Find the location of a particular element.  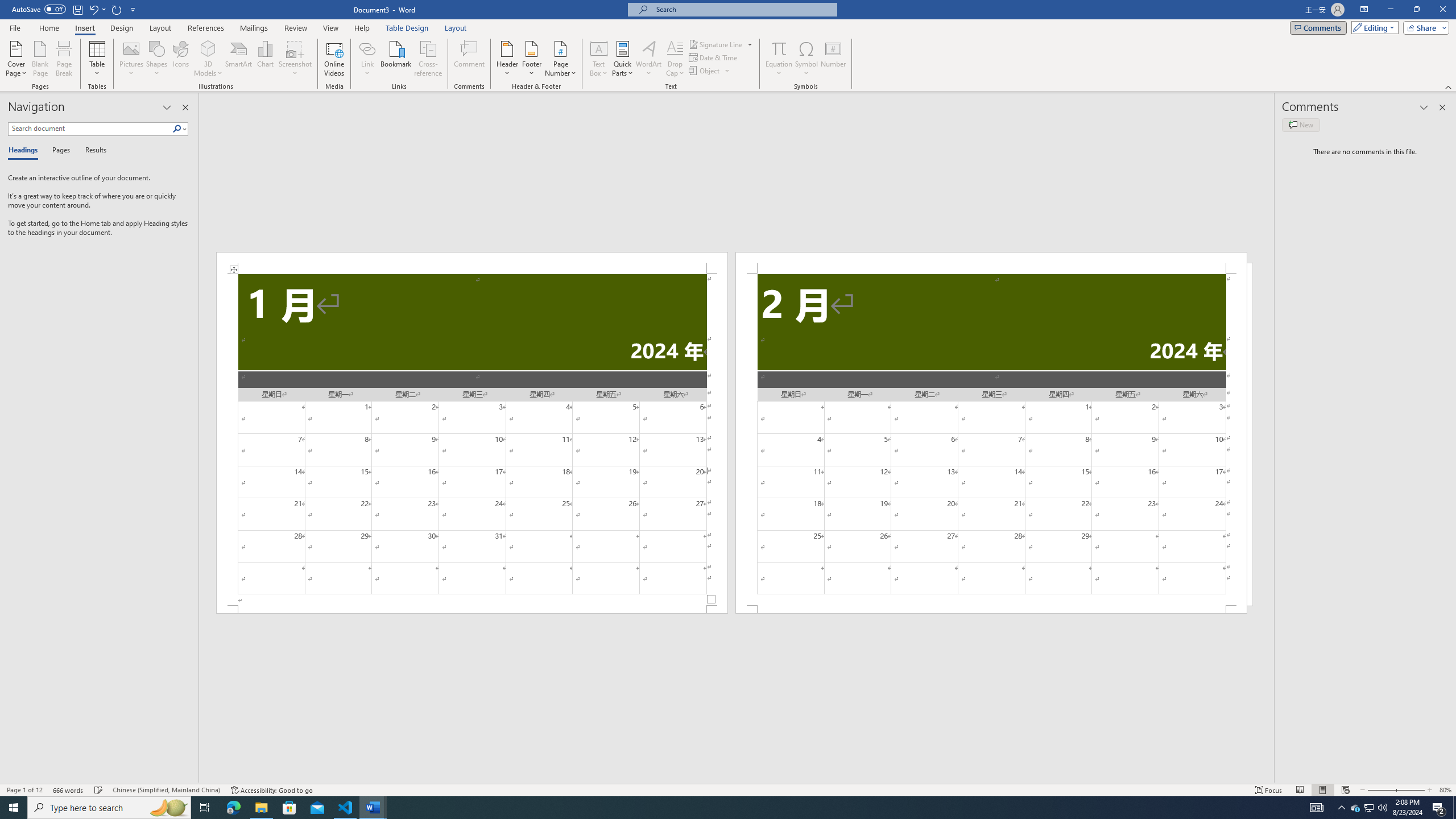

'Blank Page' is located at coordinates (40, 59).